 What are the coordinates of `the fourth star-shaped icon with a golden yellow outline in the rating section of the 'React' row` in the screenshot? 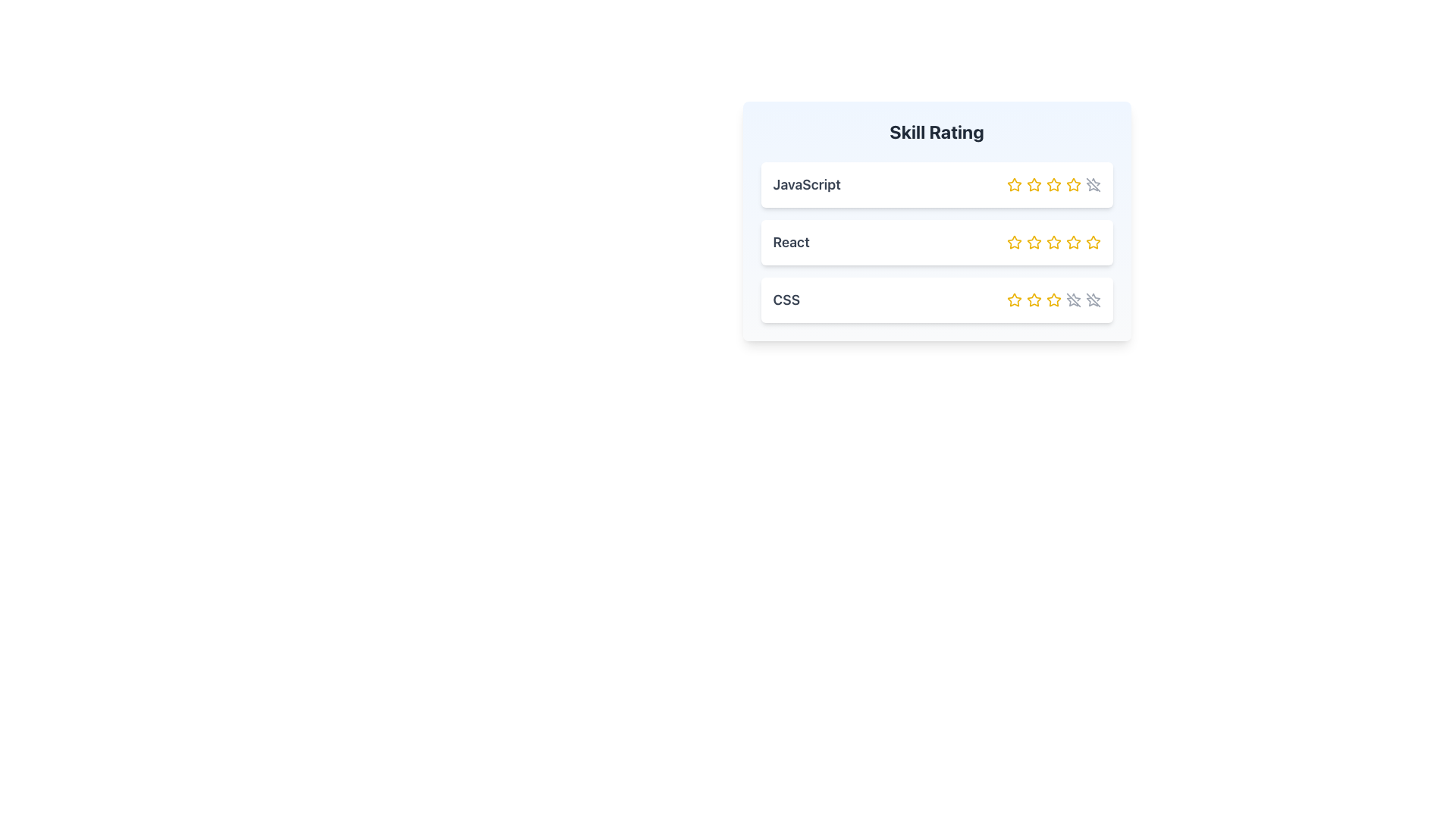 It's located at (1072, 242).